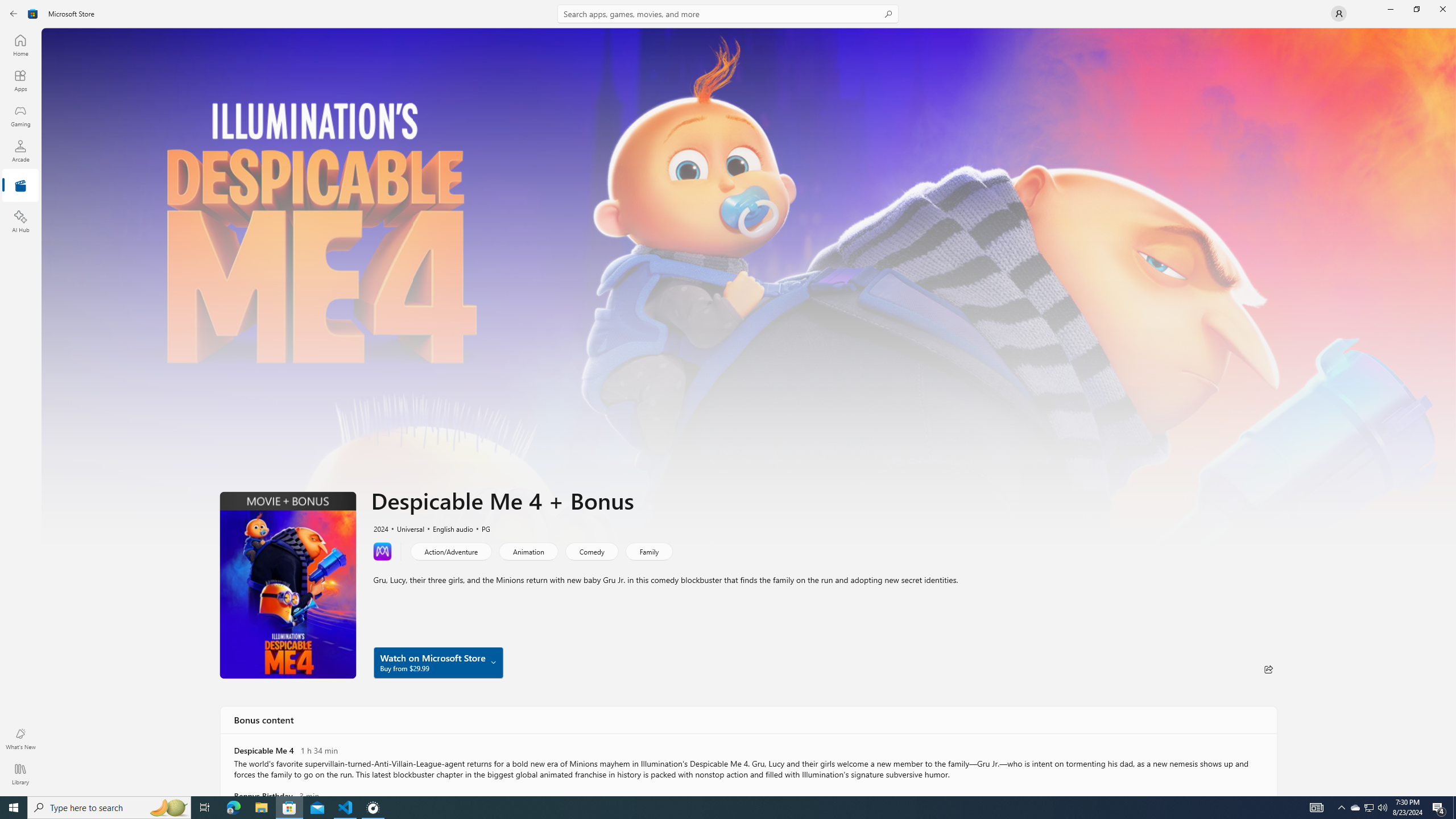  Describe the element at coordinates (438, 662) in the screenshot. I see `'Watch on Microsoft Store Buy from $29.99'` at that location.